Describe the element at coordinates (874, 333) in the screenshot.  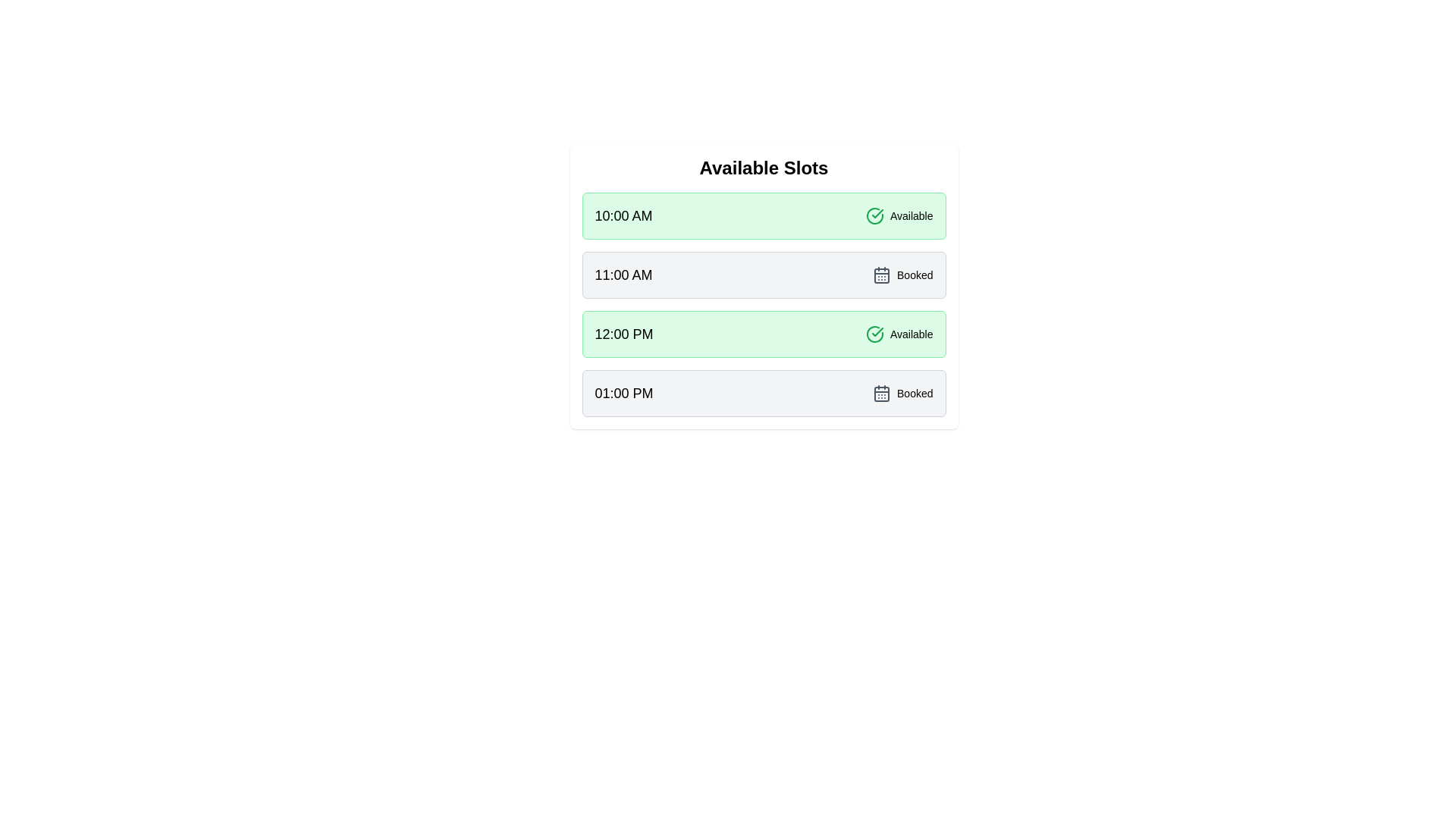
I see `the status icon for 12:00 PM to view its meaning` at that location.